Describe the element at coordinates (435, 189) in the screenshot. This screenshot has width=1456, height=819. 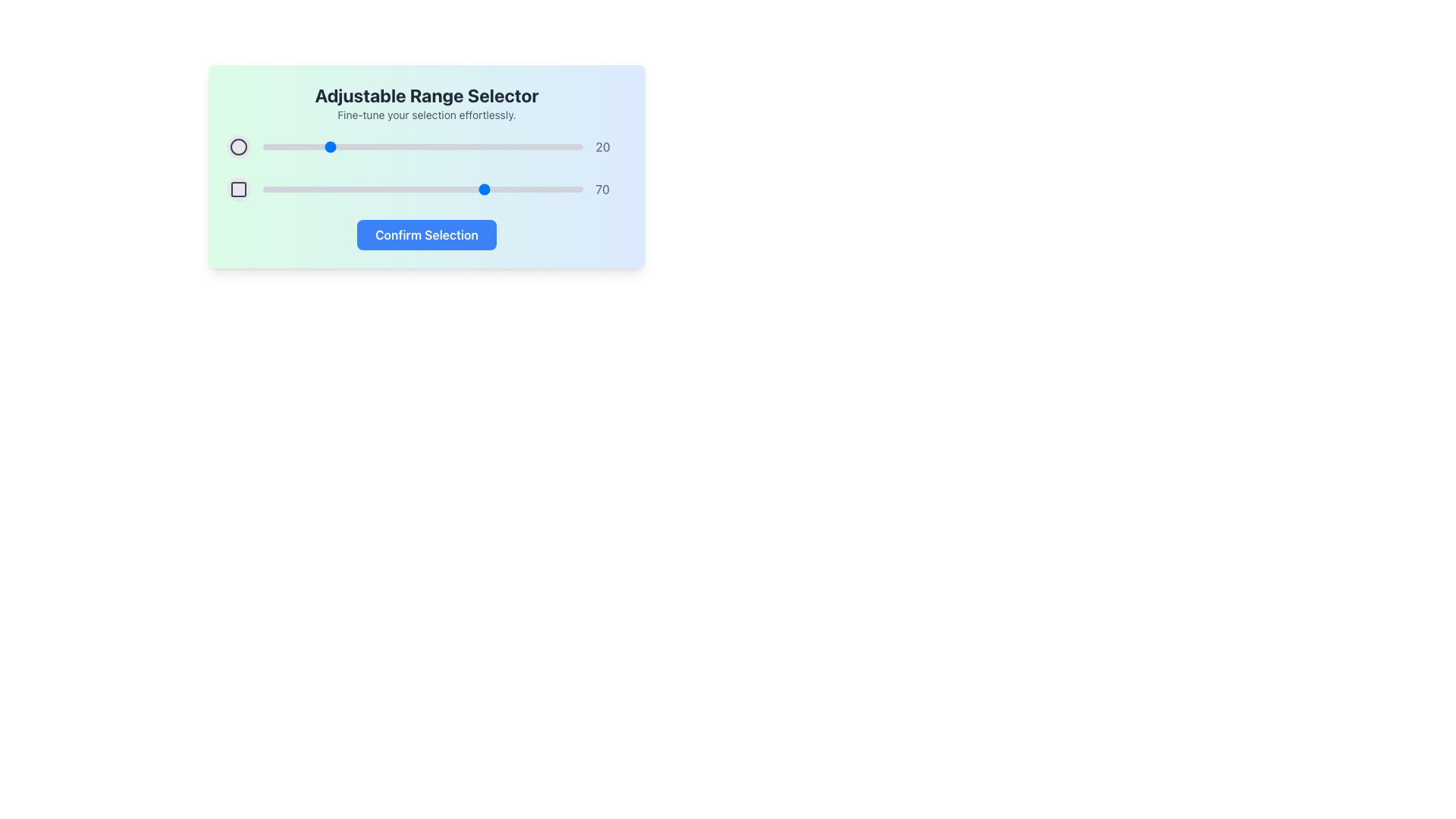
I see `the slider` at that location.